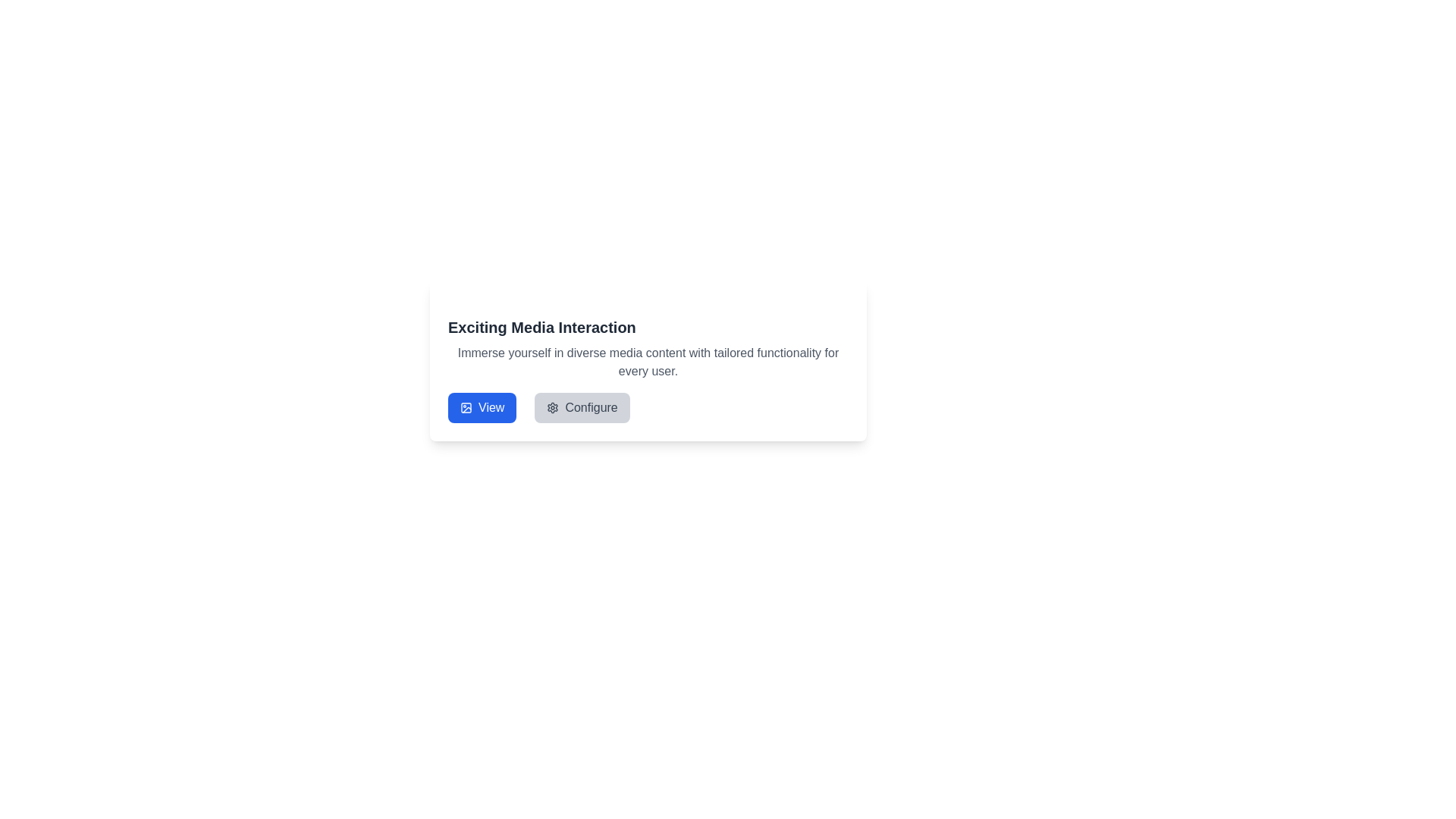  Describe the element at coordinates (552, 406) in the screenshot. I see `the settings icon located at the bottom right corner of the card-like component` at that location.